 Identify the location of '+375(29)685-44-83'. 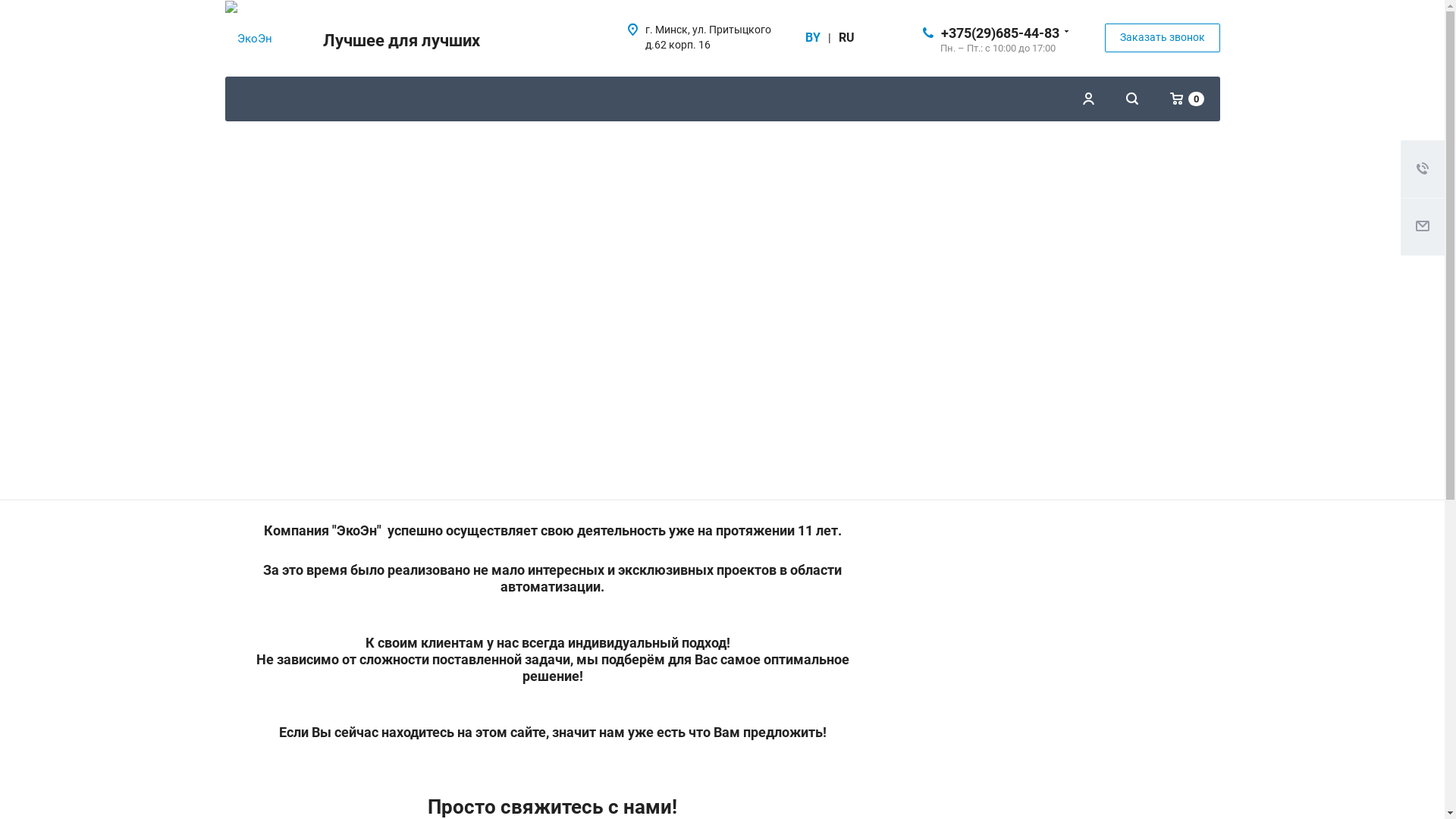
(999, 32).